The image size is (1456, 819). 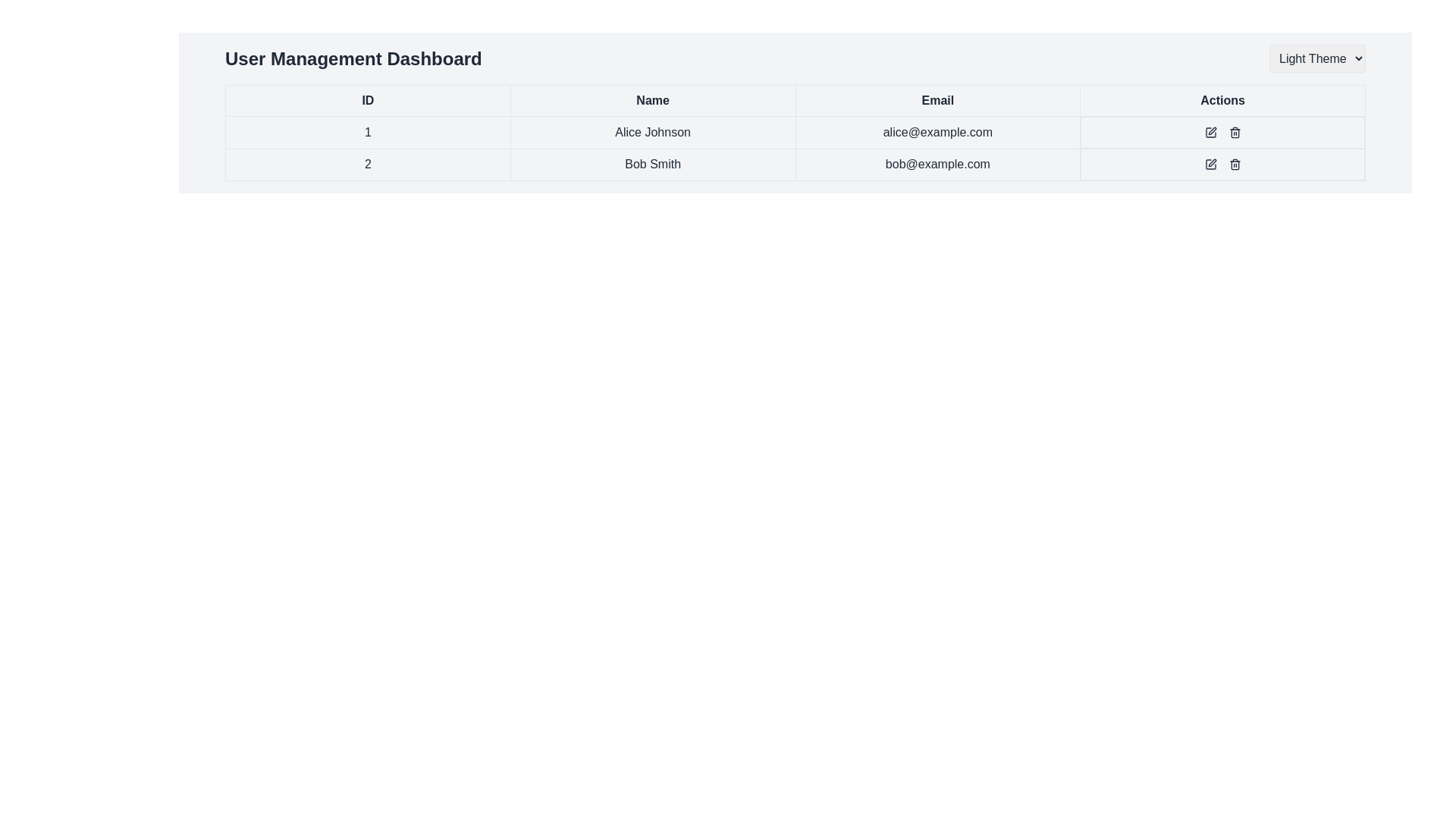 I want to click on the icon button located in the second row of the 'Actions' column in the 'User Management Dashboard' to possibly see a tooltip, so click(x=1235, y=131).